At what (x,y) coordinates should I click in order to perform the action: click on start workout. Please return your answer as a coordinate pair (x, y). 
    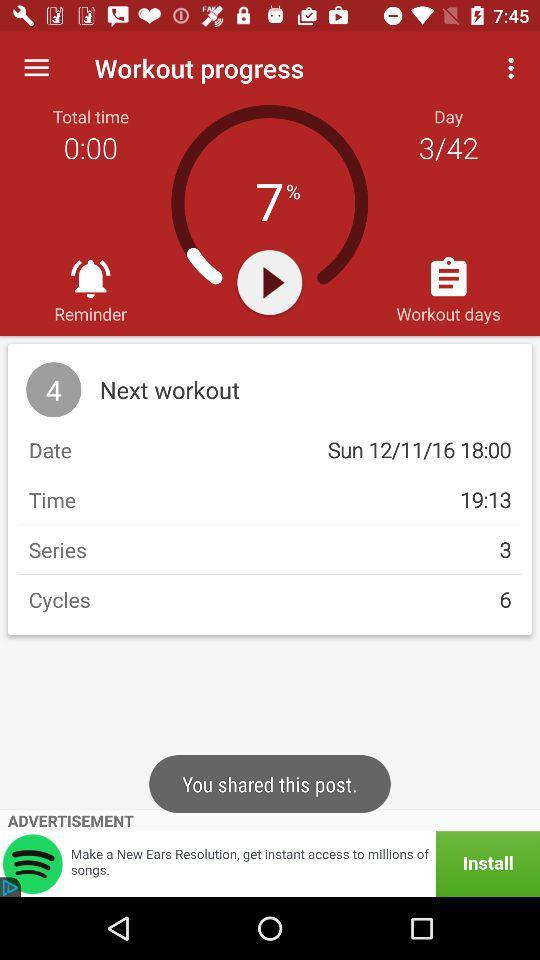
    Looking at the image, I should click on (269, 281).